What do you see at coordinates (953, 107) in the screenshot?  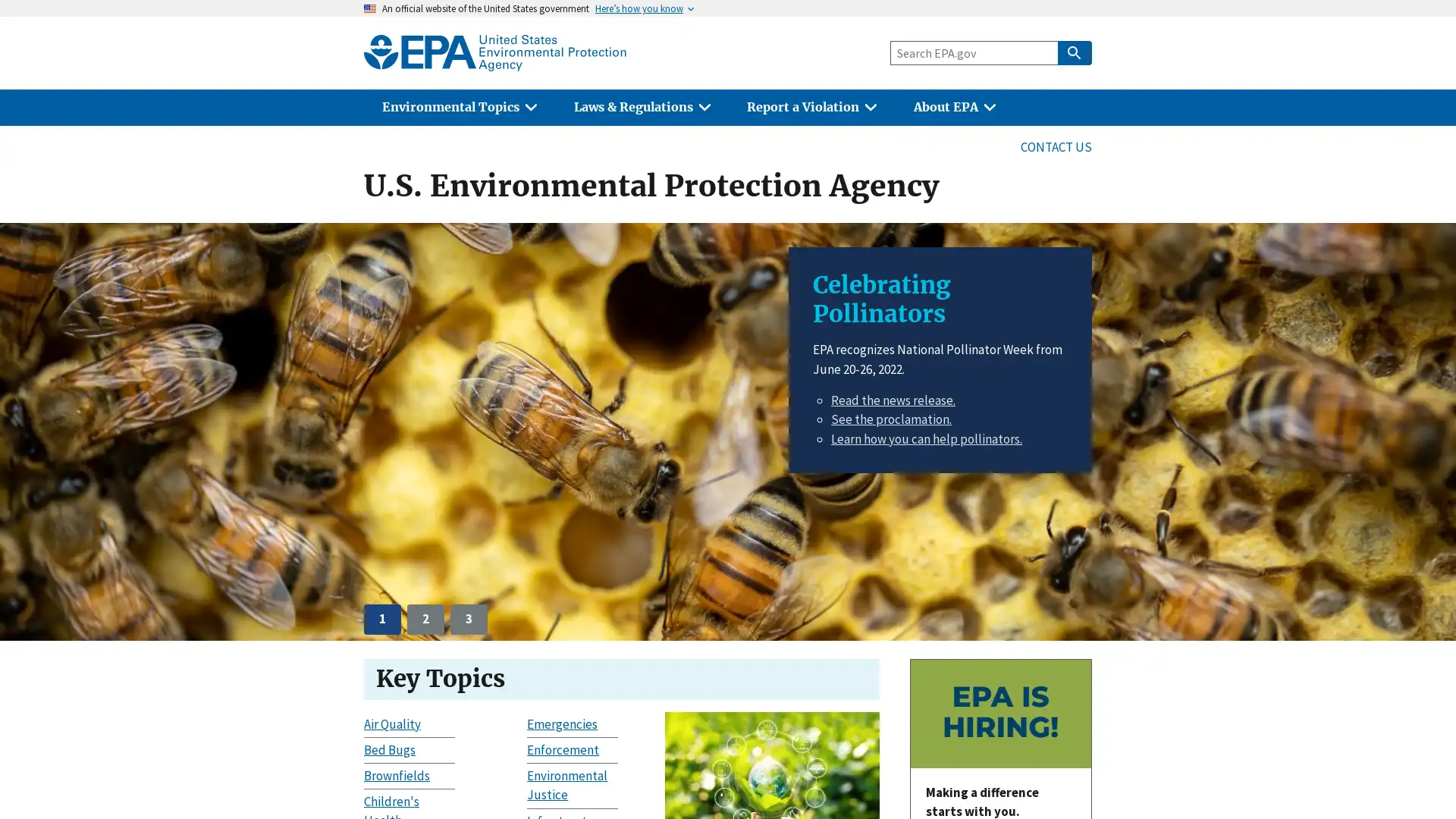 I see `About EPA` at bounding box center [953, 107].